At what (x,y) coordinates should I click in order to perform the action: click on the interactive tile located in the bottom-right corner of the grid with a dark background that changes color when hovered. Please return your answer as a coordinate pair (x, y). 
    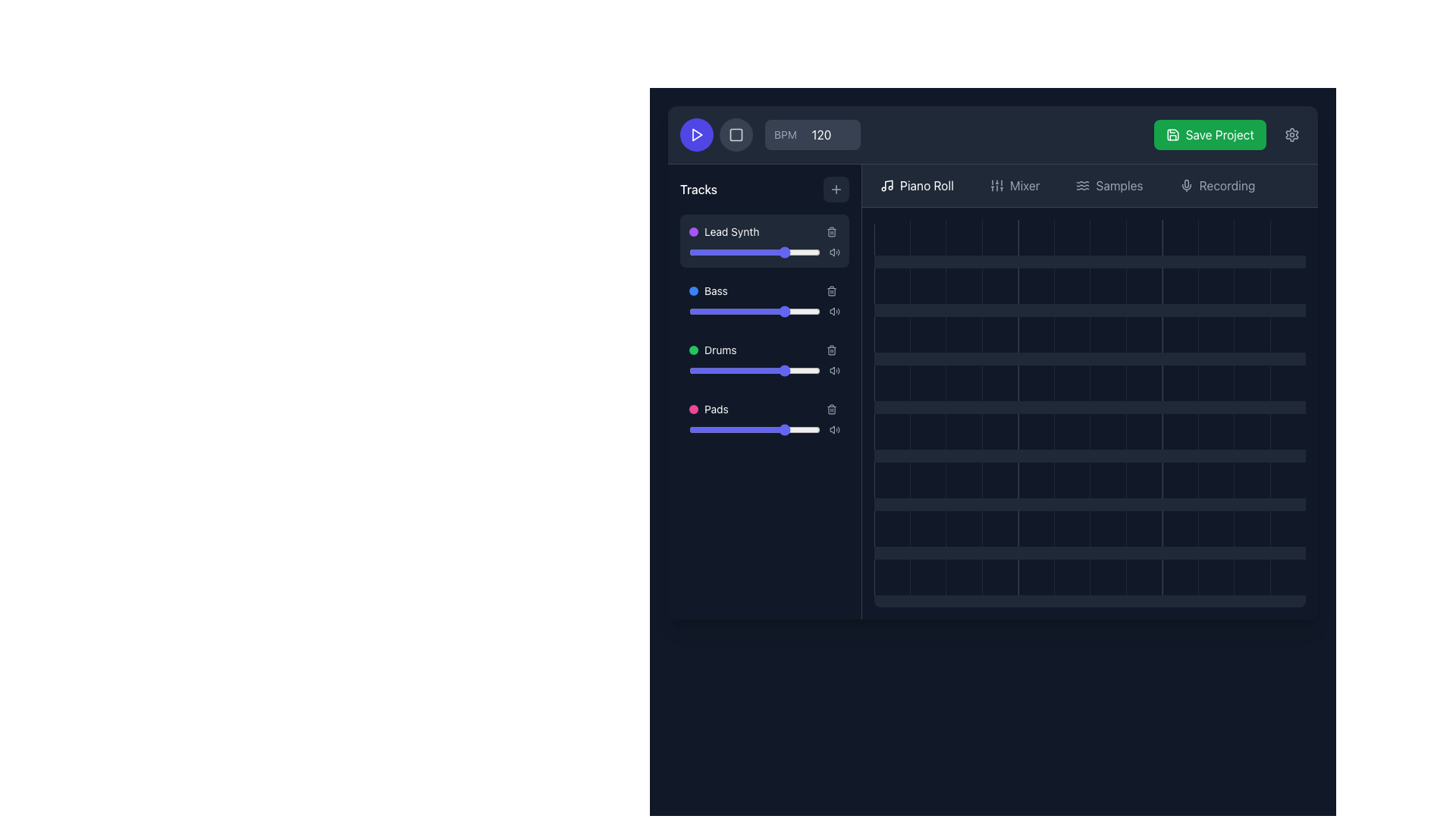
    Looking at the image, I should click on (1287, 577).